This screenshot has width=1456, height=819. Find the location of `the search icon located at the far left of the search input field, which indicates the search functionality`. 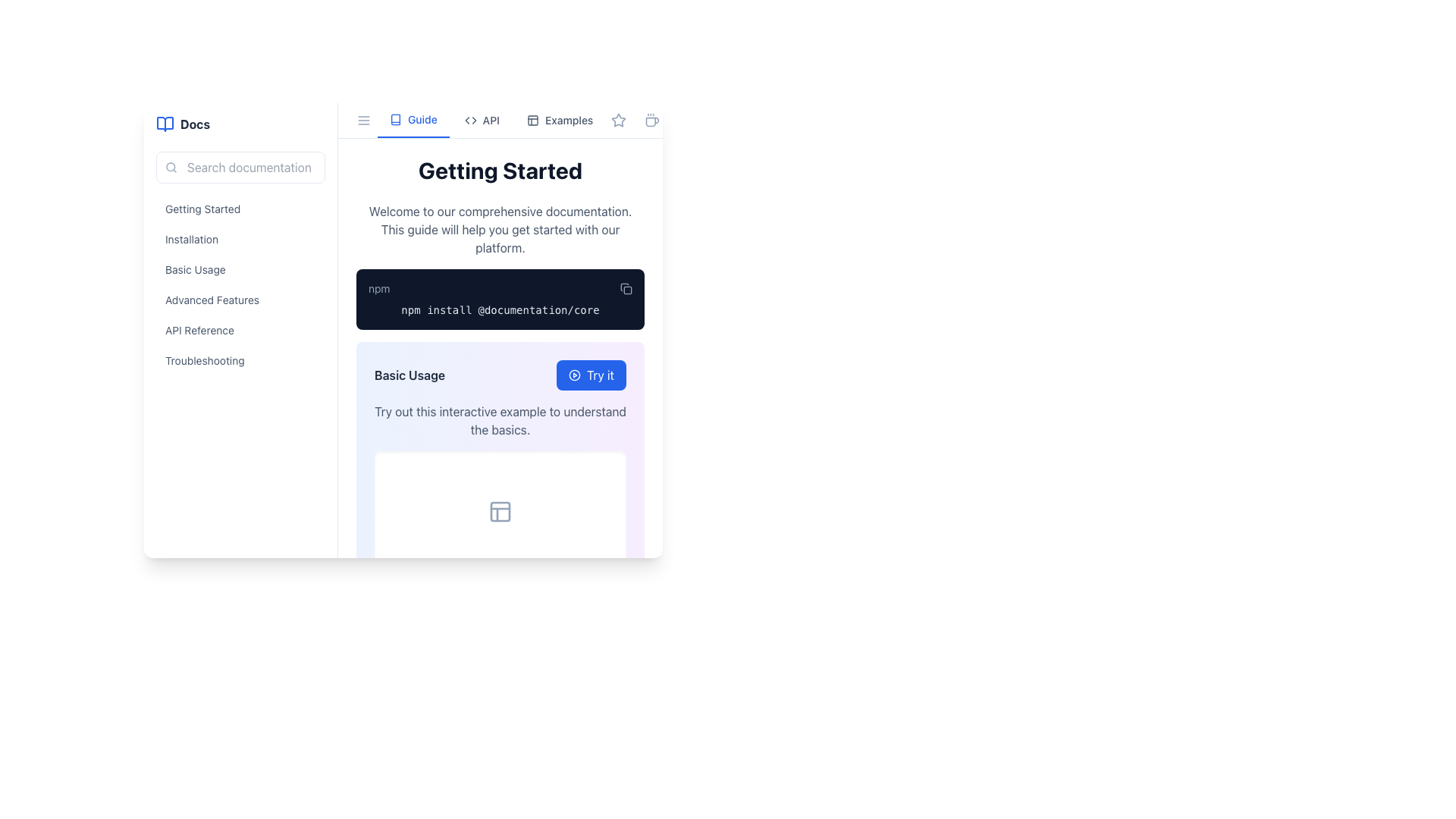

the search icon located at the far left of the search input field, which indicates the search functionality is located at coordinates (171, 167).